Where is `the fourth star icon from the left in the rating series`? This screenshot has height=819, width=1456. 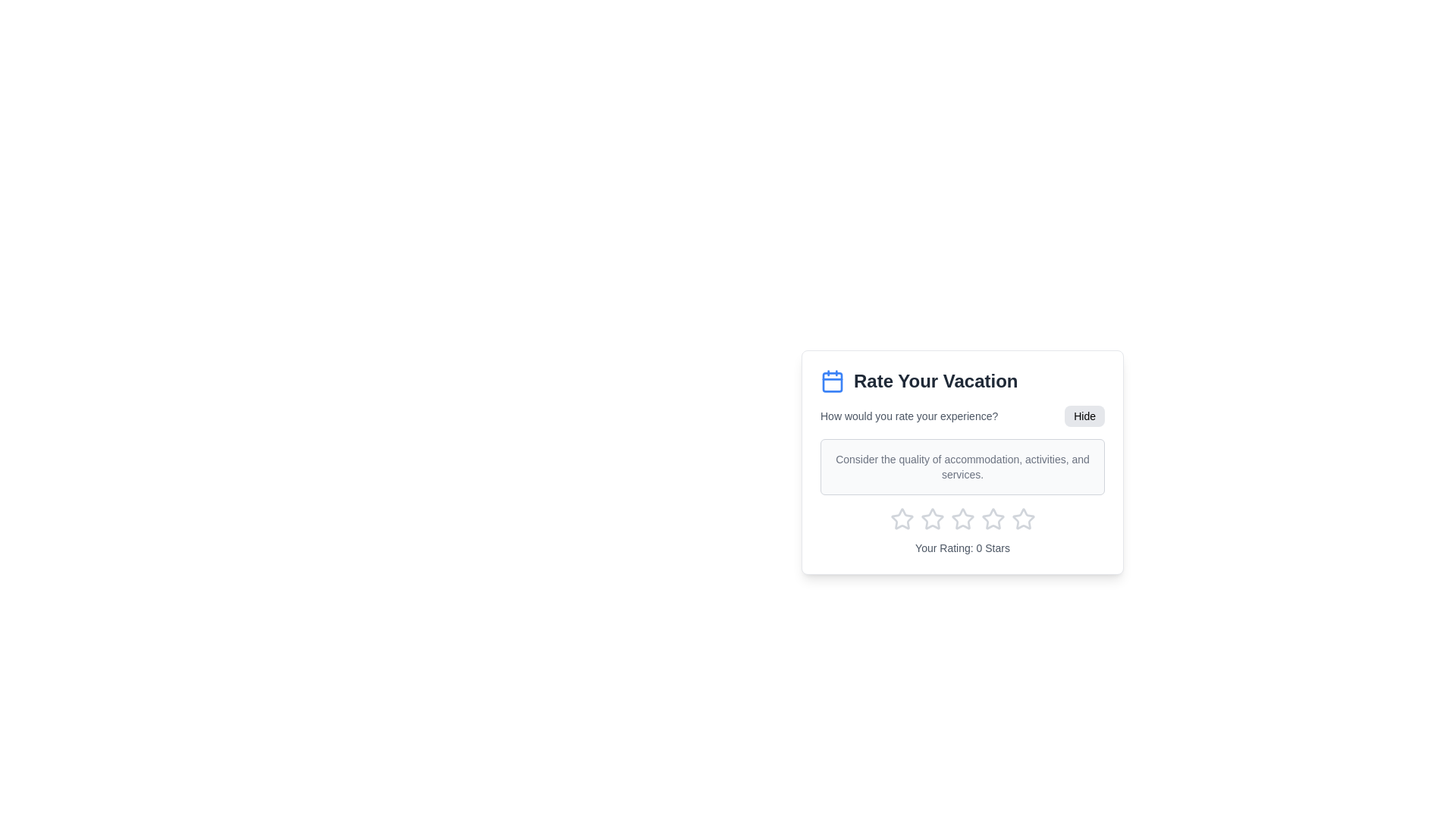 the fourth star icon from the left in the rating series is located at coordinates (962, 519).